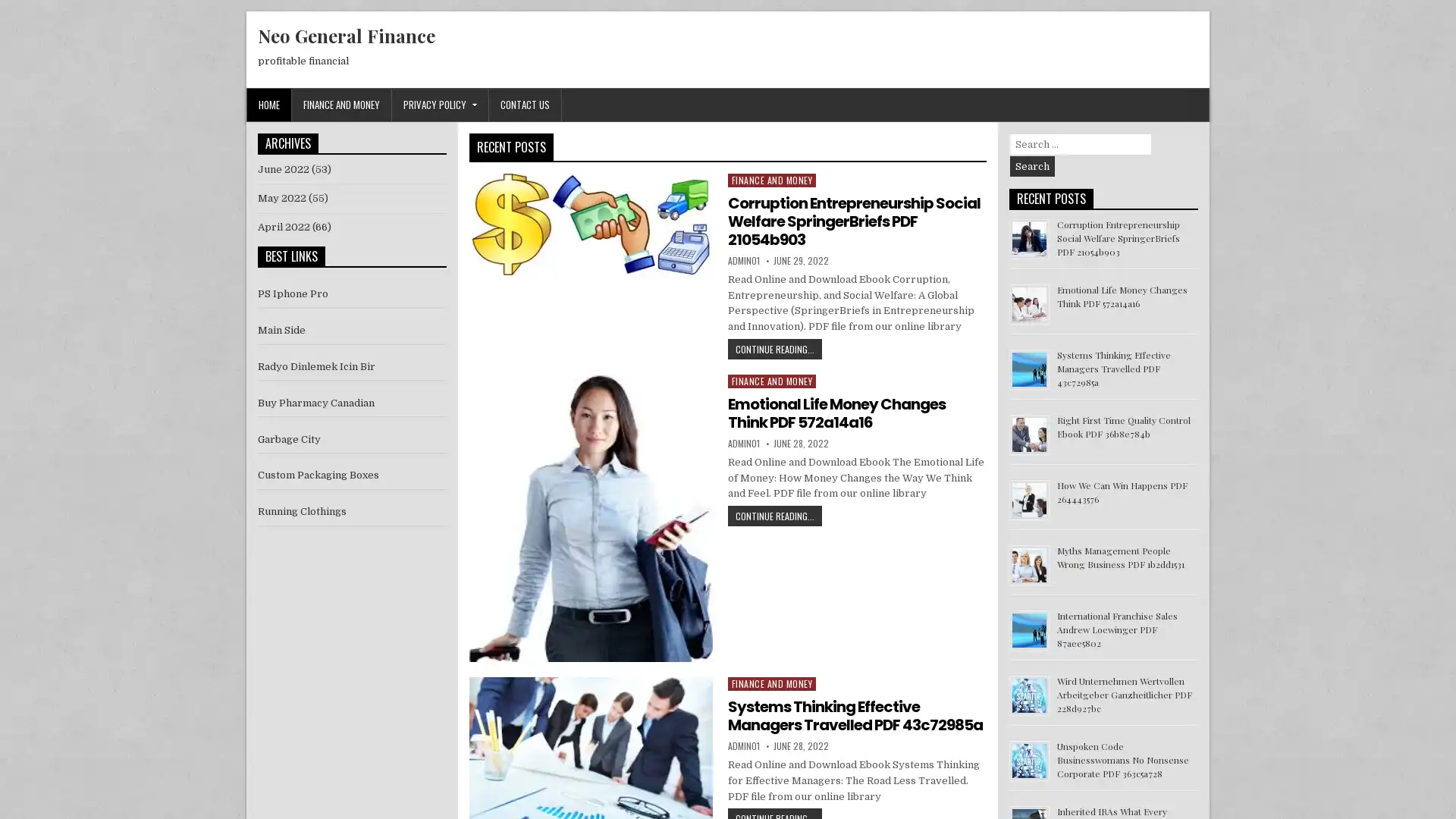 Image resolution: width=1456 pixels, height=819 pixels. I want to click on Search, so click(1031, 166).